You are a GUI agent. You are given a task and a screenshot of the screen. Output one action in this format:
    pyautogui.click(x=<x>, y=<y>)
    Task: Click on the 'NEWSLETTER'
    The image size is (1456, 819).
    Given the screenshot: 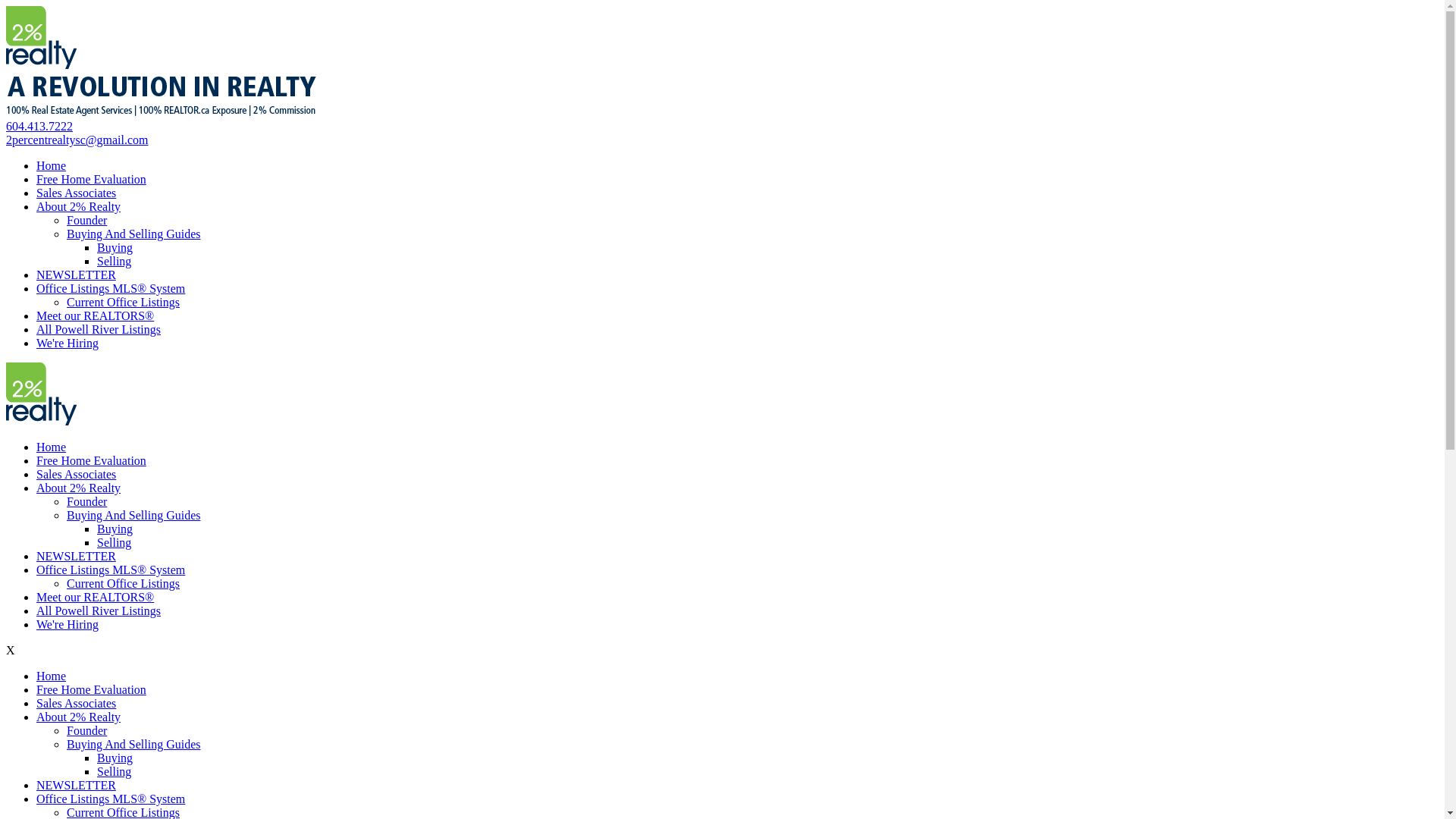 What is the action you would take?
    pyautogui.click(x=75, y=785)
    